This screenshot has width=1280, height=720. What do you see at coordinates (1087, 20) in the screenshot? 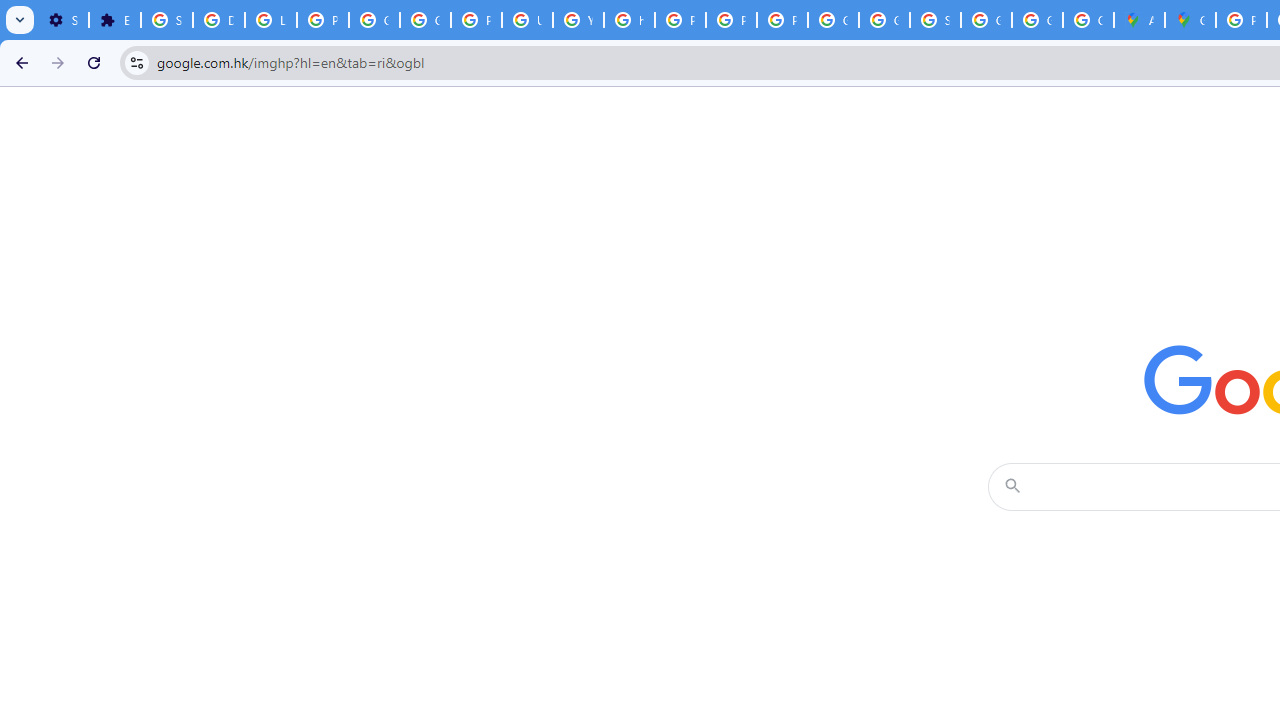
I see `'Create your Google Account'` at bounding box center [1087, 20].